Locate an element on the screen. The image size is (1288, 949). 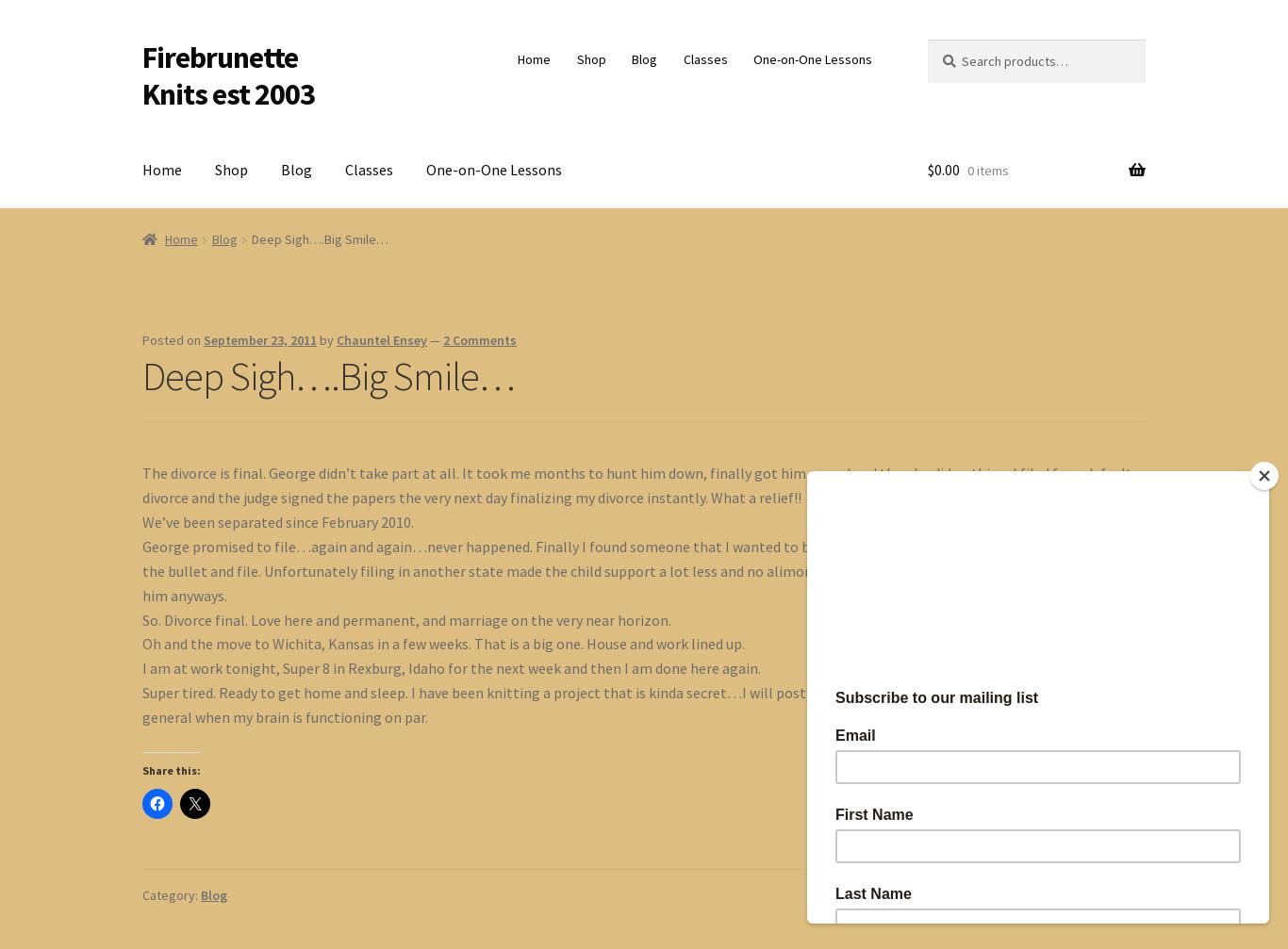
'Share this:' is located at coordinates (140, 768).